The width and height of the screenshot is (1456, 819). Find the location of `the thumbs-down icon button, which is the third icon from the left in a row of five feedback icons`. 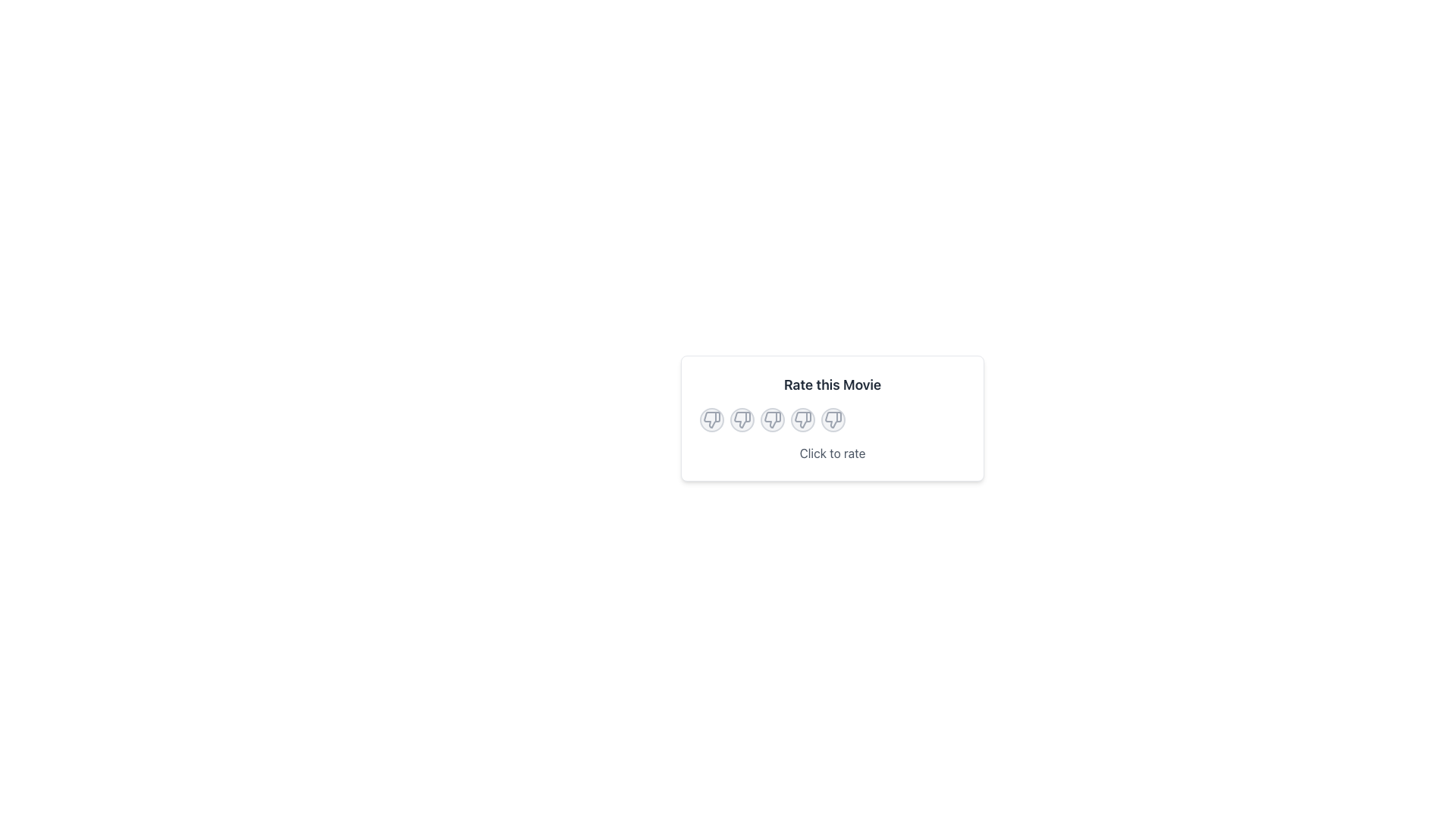

the thumbs-down icon button, which is the third icon from the left in a row of five feedback icons is located at coordinates (772, 420).